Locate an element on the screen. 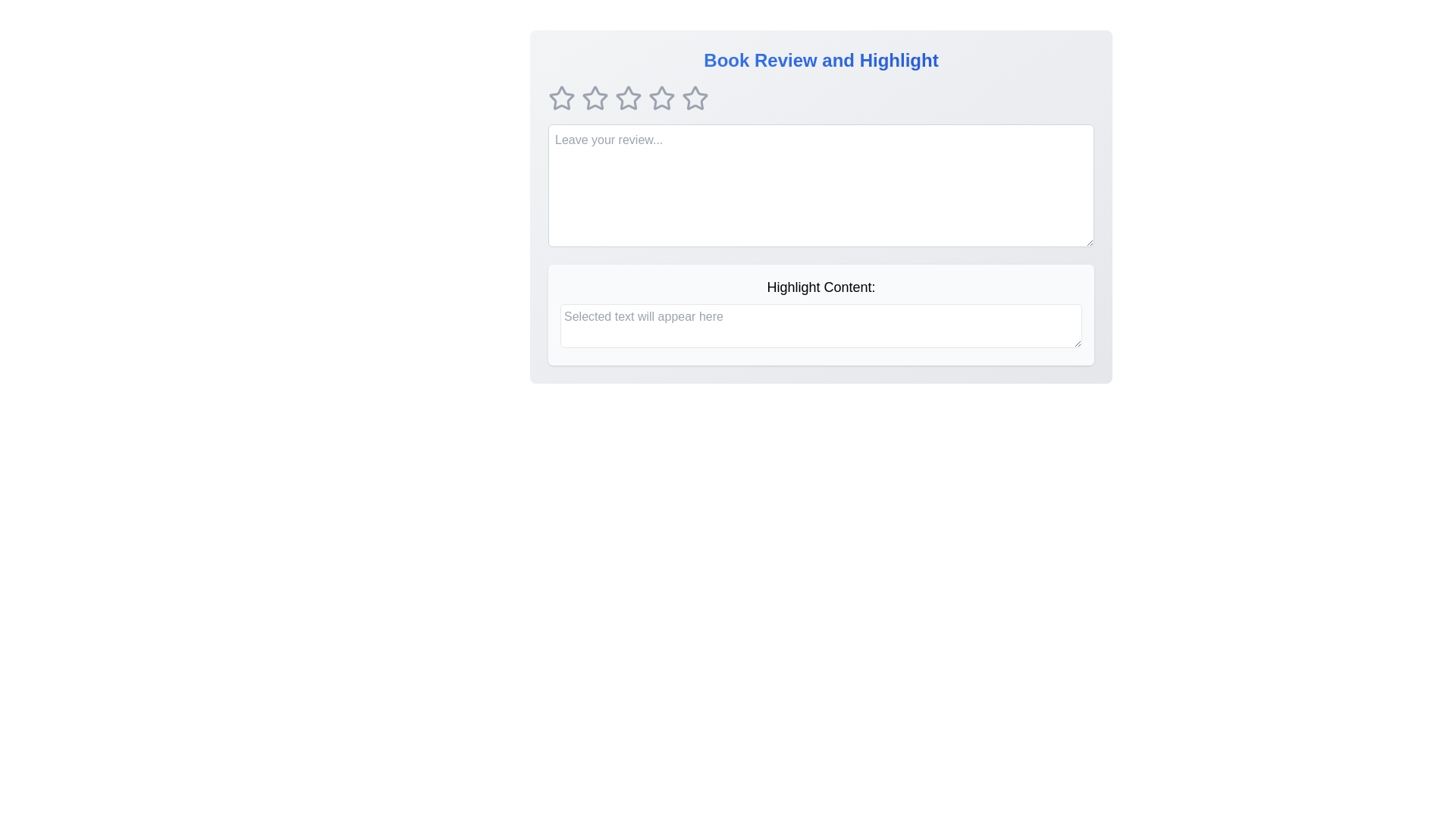 Image resolution: width=1456 pixels, height=819 pixels. the rating to 2 stars by clicking on the corresponding star icon is located at coordinates (595, 99).